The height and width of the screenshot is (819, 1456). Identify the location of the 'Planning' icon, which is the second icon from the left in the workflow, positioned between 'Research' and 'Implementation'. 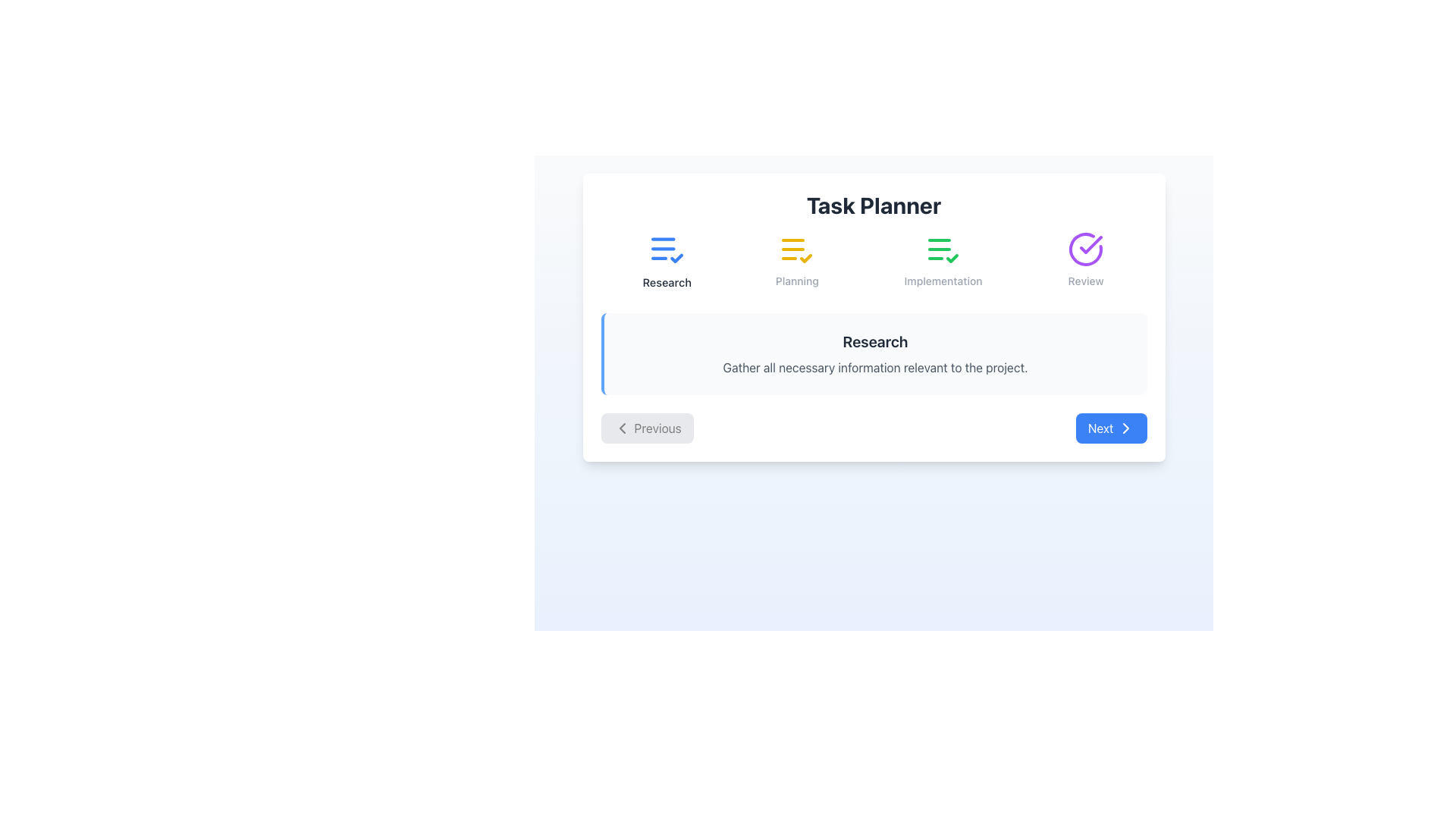
(796, 248).